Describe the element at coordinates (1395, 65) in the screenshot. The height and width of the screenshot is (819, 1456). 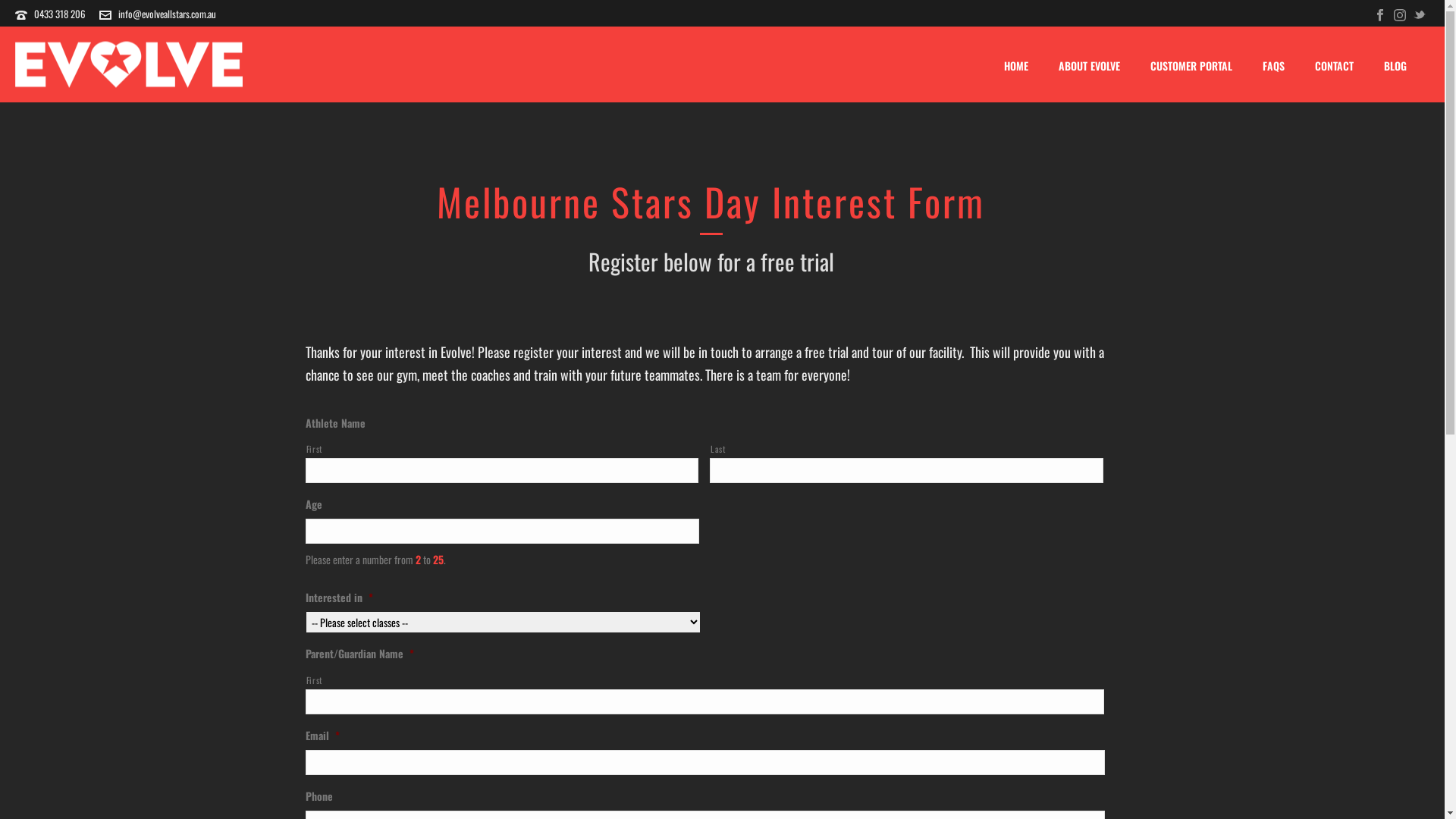
I see `'BLOG'` at that location.